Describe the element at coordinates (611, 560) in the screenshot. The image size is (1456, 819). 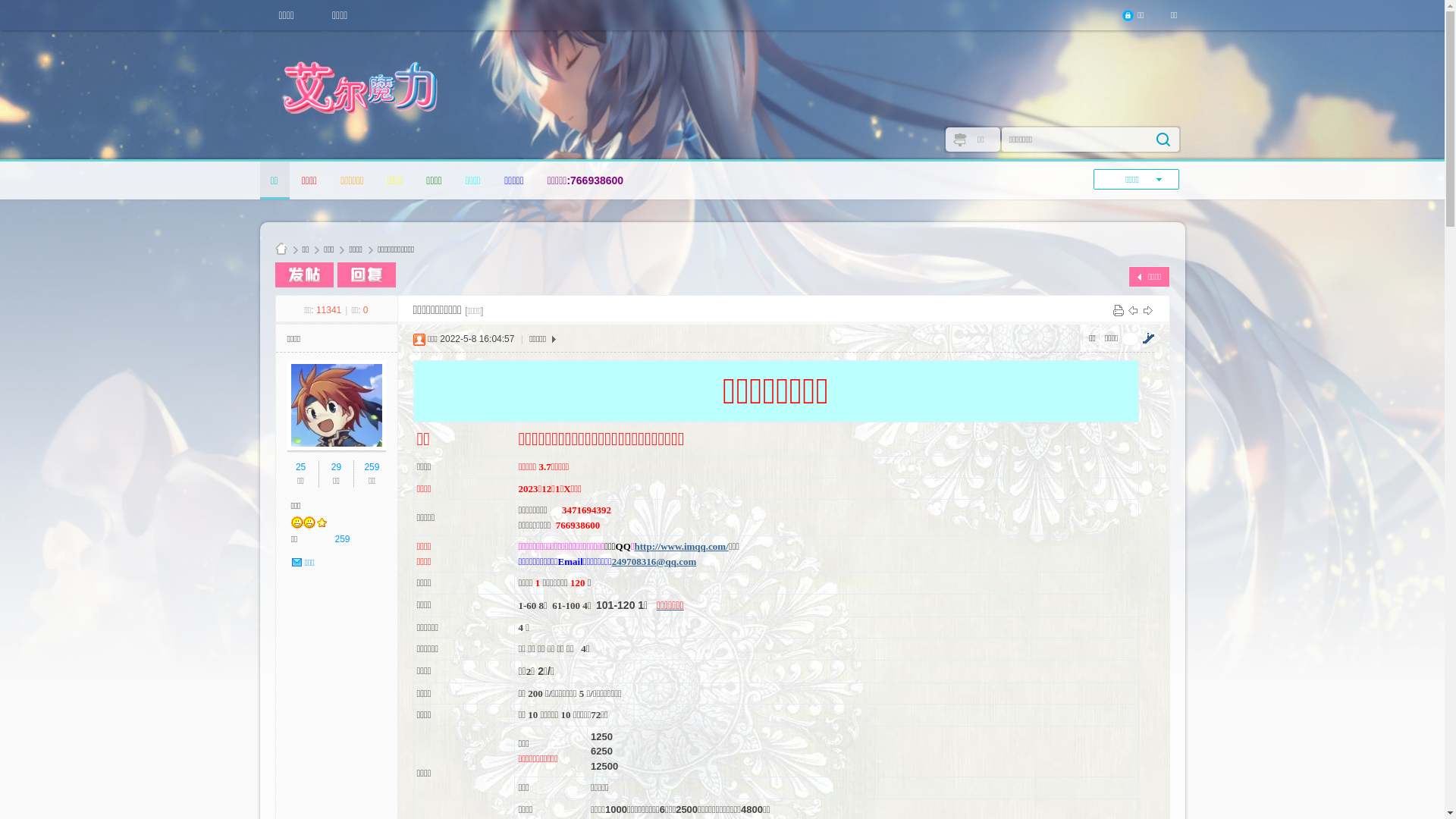
I see `'249708316@qq.com'` at that location.